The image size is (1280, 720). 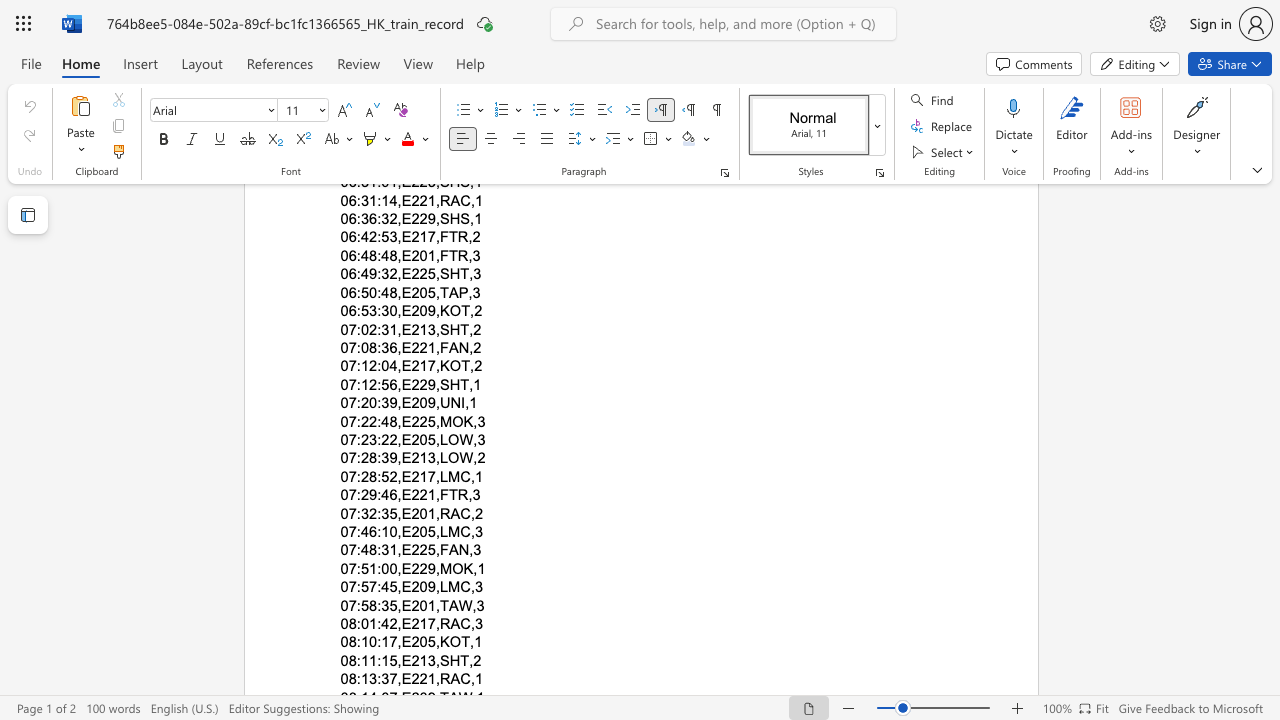 I want to click on the space between the continuous character "2" and "," in the text, so click(x=396, y=623).